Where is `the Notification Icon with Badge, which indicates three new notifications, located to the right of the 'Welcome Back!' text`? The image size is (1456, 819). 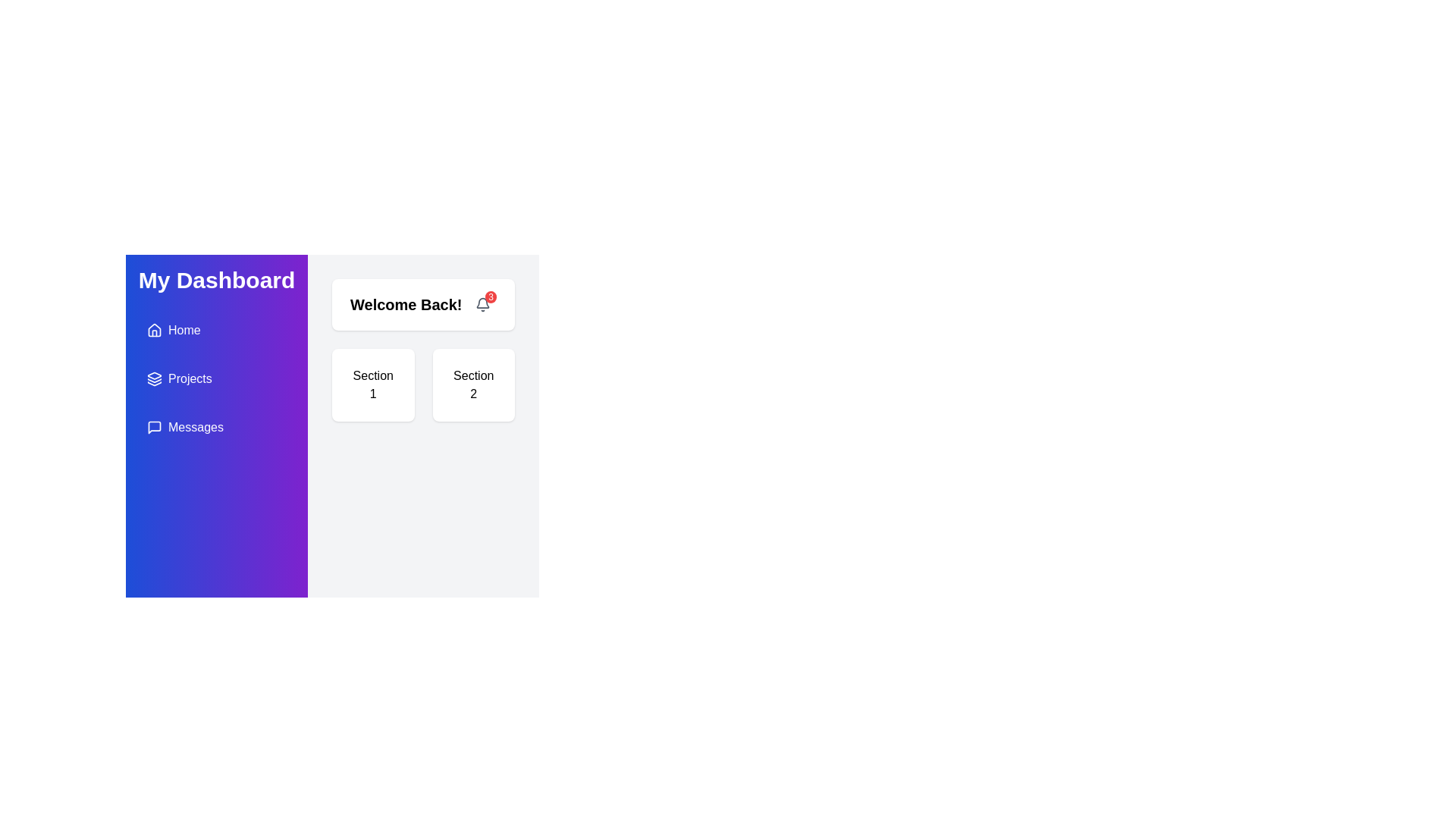 the Notification Icon with Badge, which indicates three new notifications, located to the right of the 'Welcome Back!' text is located at coordinates (482, 304).